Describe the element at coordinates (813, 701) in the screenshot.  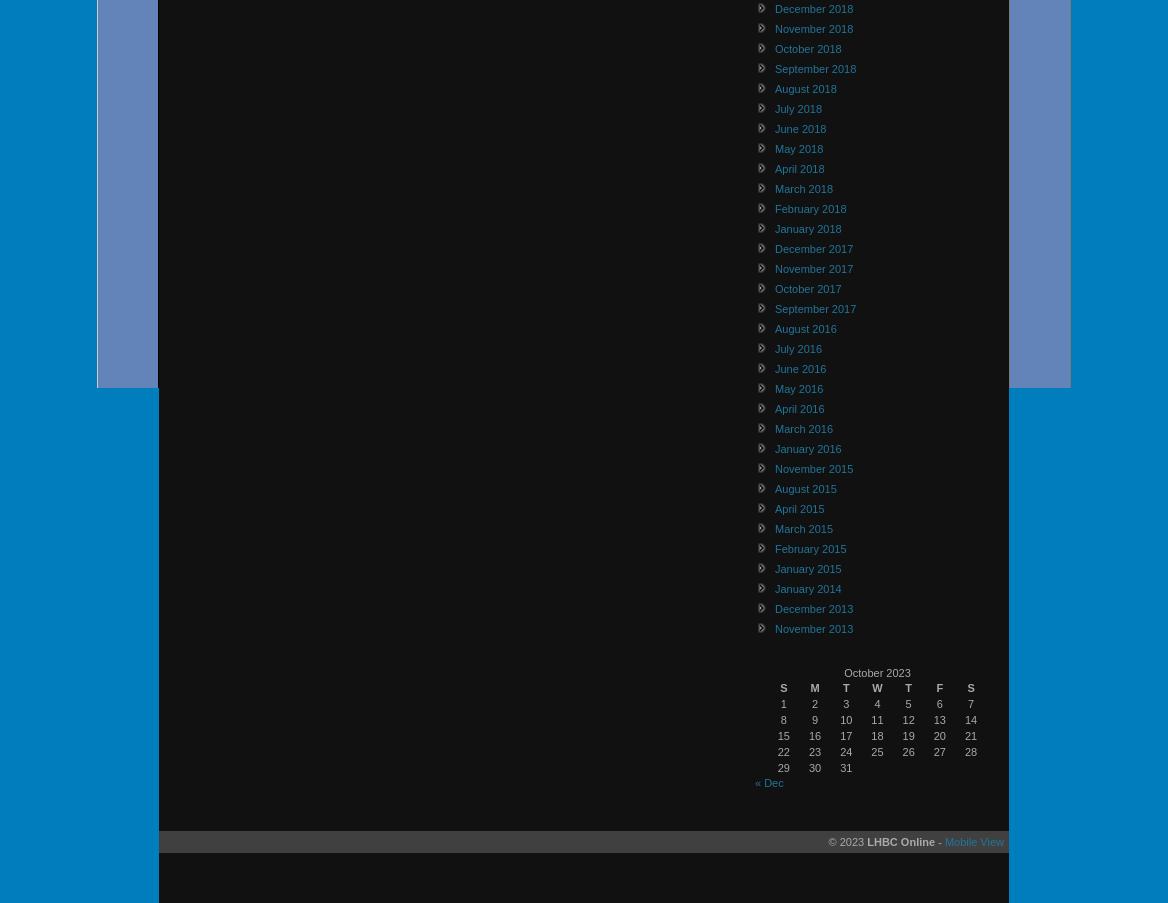
I see `'2'` at that location.